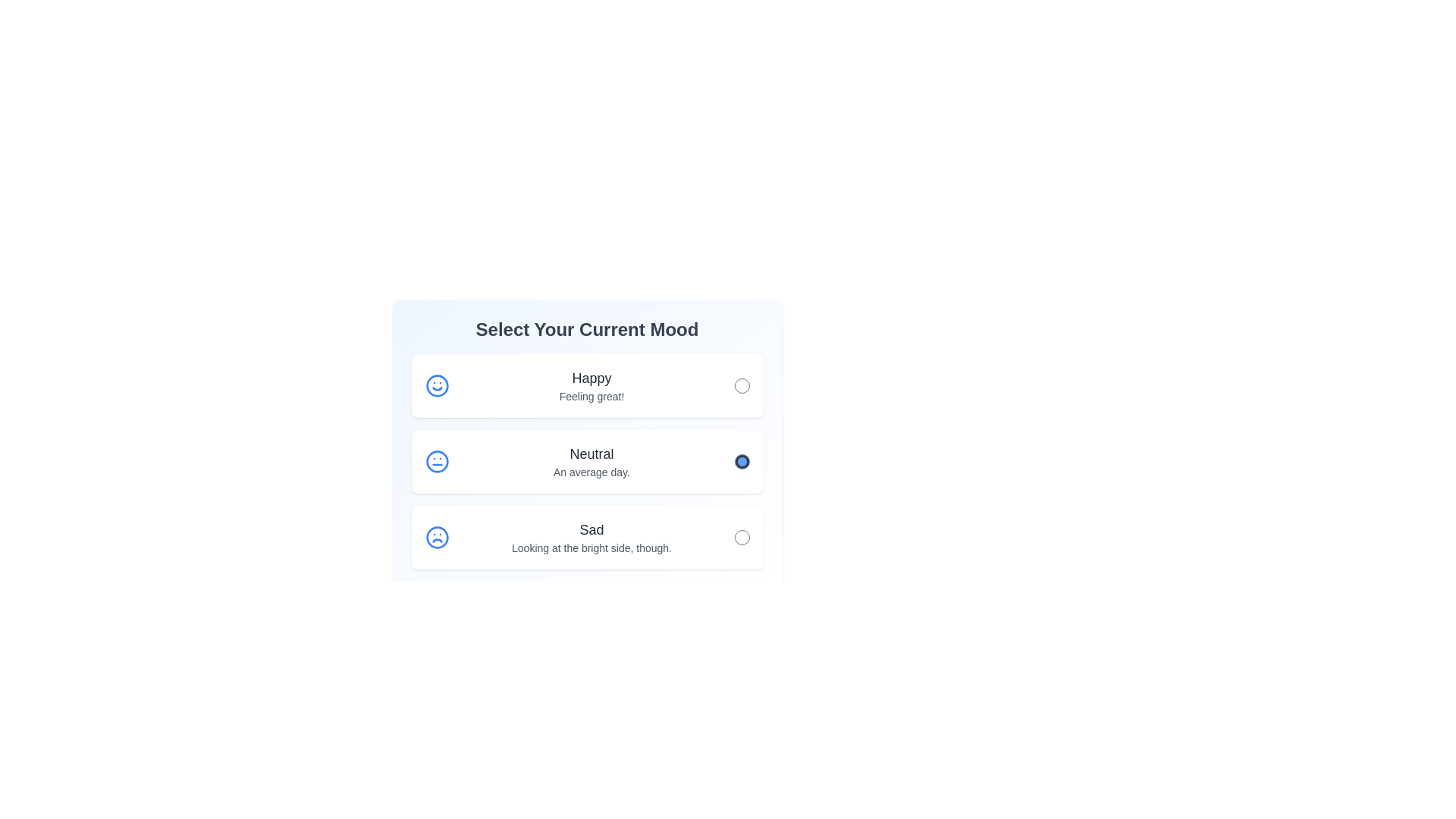  Describe the element at coordinates (586, 461) in the screenshot. I see `the 'Neutral' mood selection option with an associated radio button, which includes a neutral face icon and is positioned as the second option in the mood selections list` at that location.